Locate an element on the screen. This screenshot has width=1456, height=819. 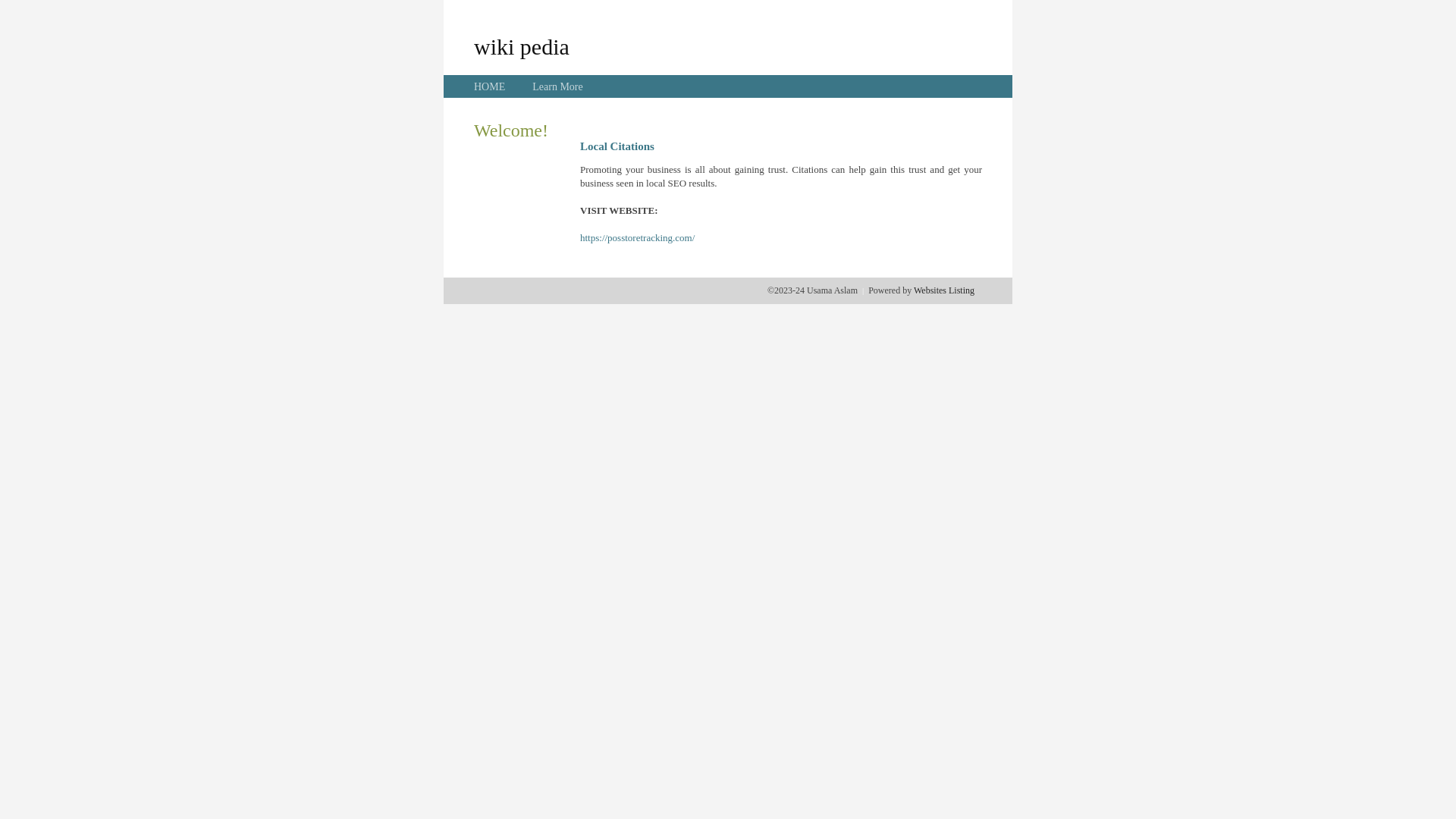
'wiki pedia' is located at coordinates (521, 45).